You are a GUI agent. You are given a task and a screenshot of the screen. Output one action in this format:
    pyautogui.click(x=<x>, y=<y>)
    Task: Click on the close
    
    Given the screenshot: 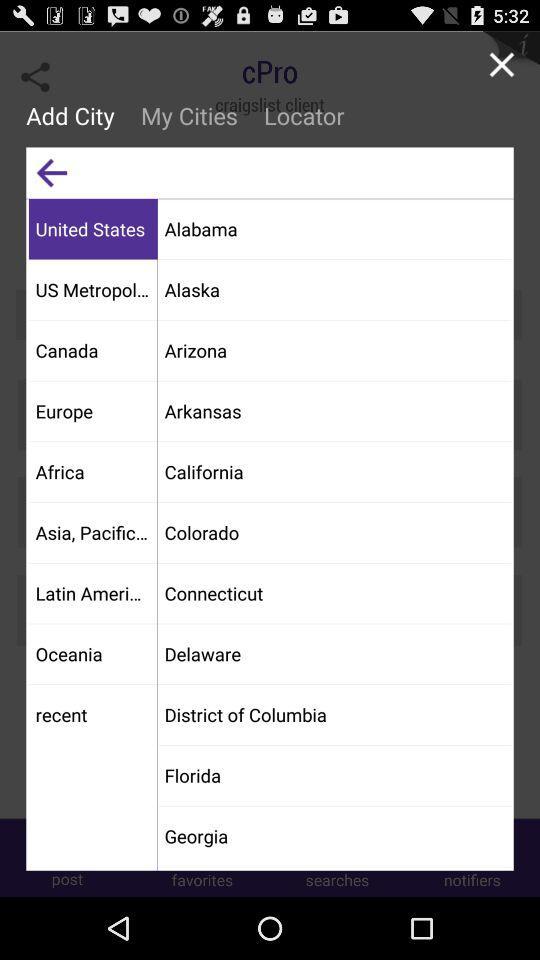 What is the action you would take?
    pyautogui.click(x=500, y=64)
    